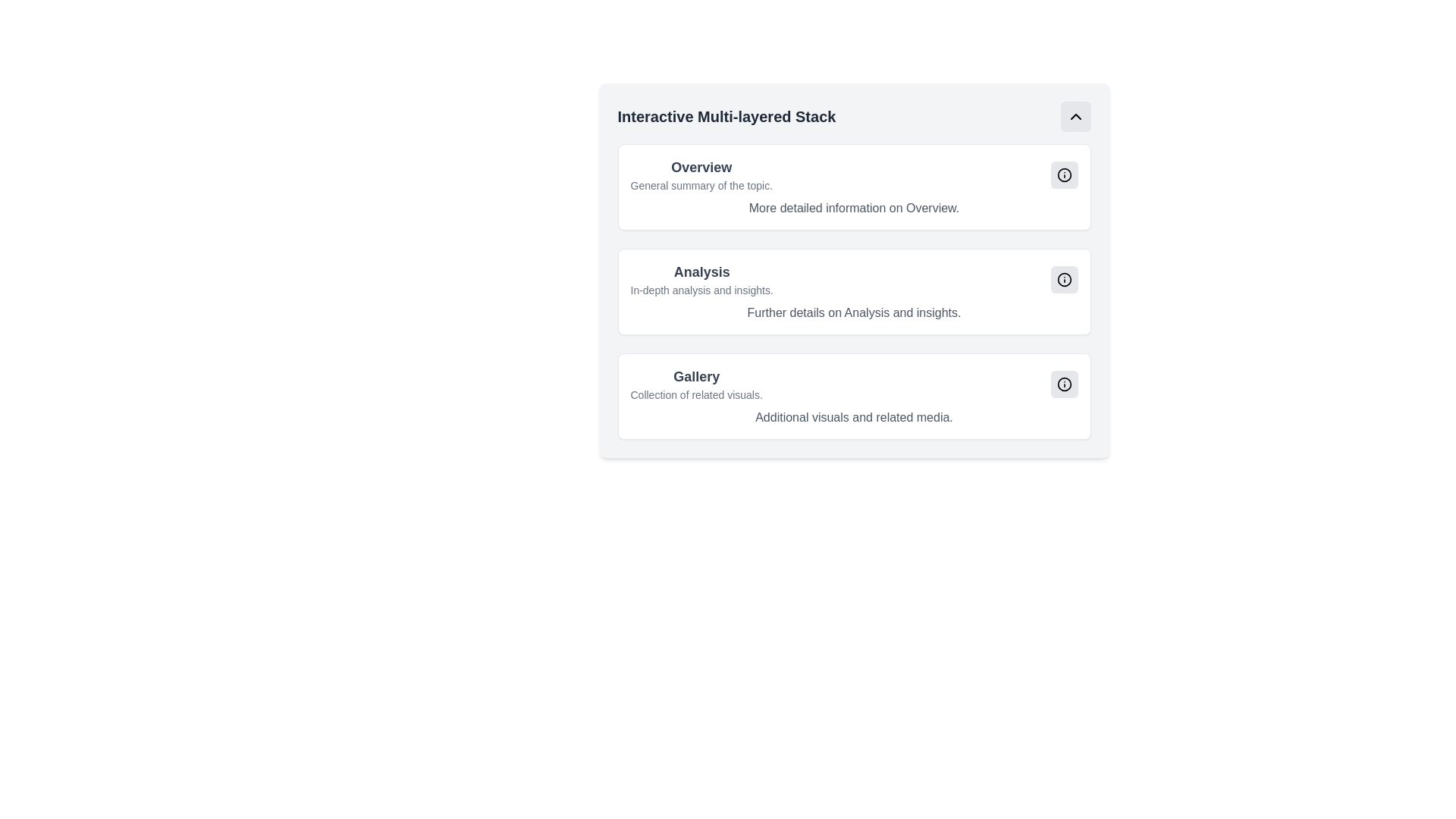  Describe the element at coordinates (1063, 174) in the screenshot. I see `the circular icon button with an 'i' symbol located to the right of the 'Overview' section title` at that location.